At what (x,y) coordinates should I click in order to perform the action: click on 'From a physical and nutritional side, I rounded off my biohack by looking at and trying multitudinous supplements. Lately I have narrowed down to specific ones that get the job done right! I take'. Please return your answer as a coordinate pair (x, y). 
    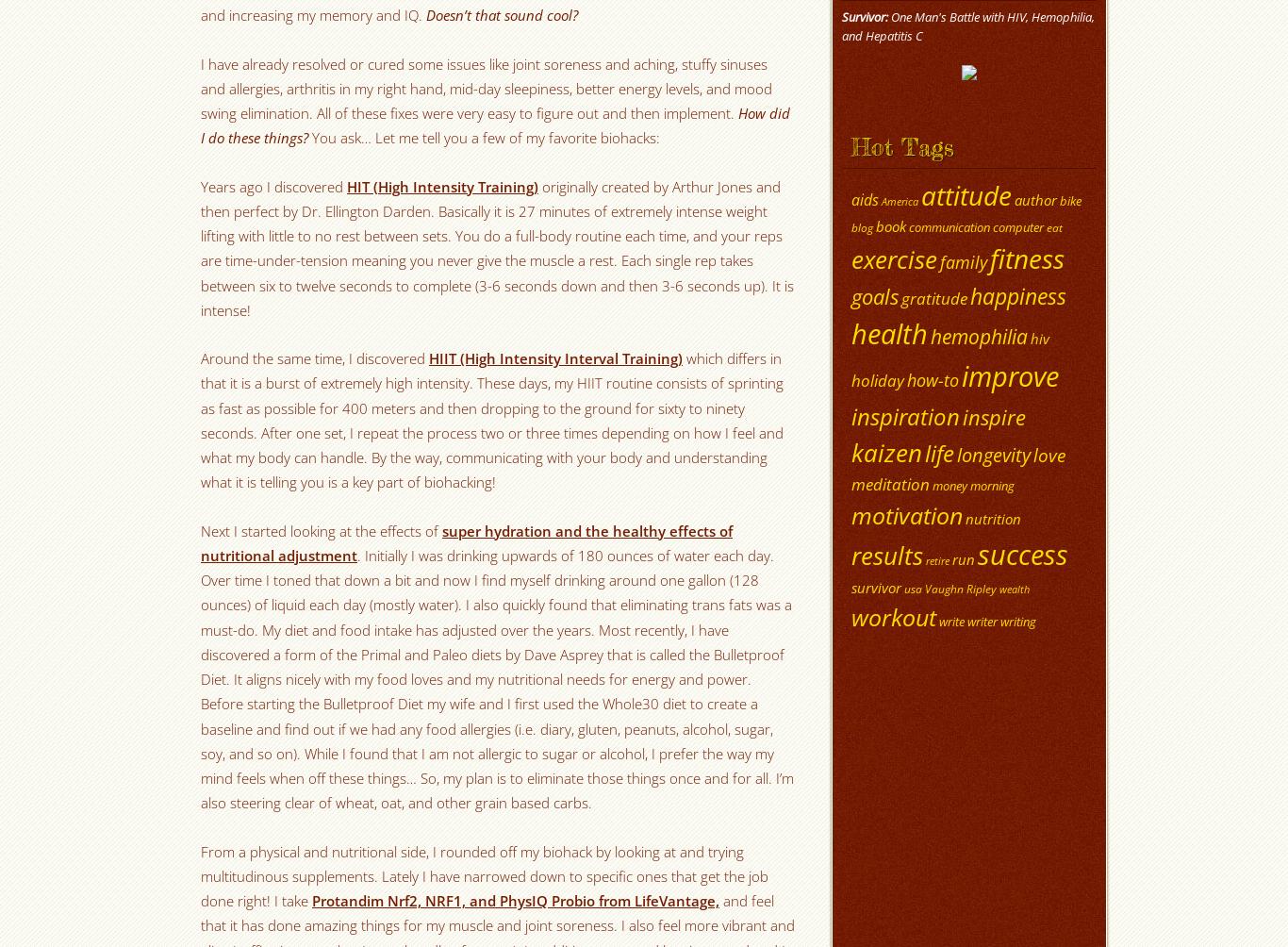
    Looking at the image, I should click on (485, 874).